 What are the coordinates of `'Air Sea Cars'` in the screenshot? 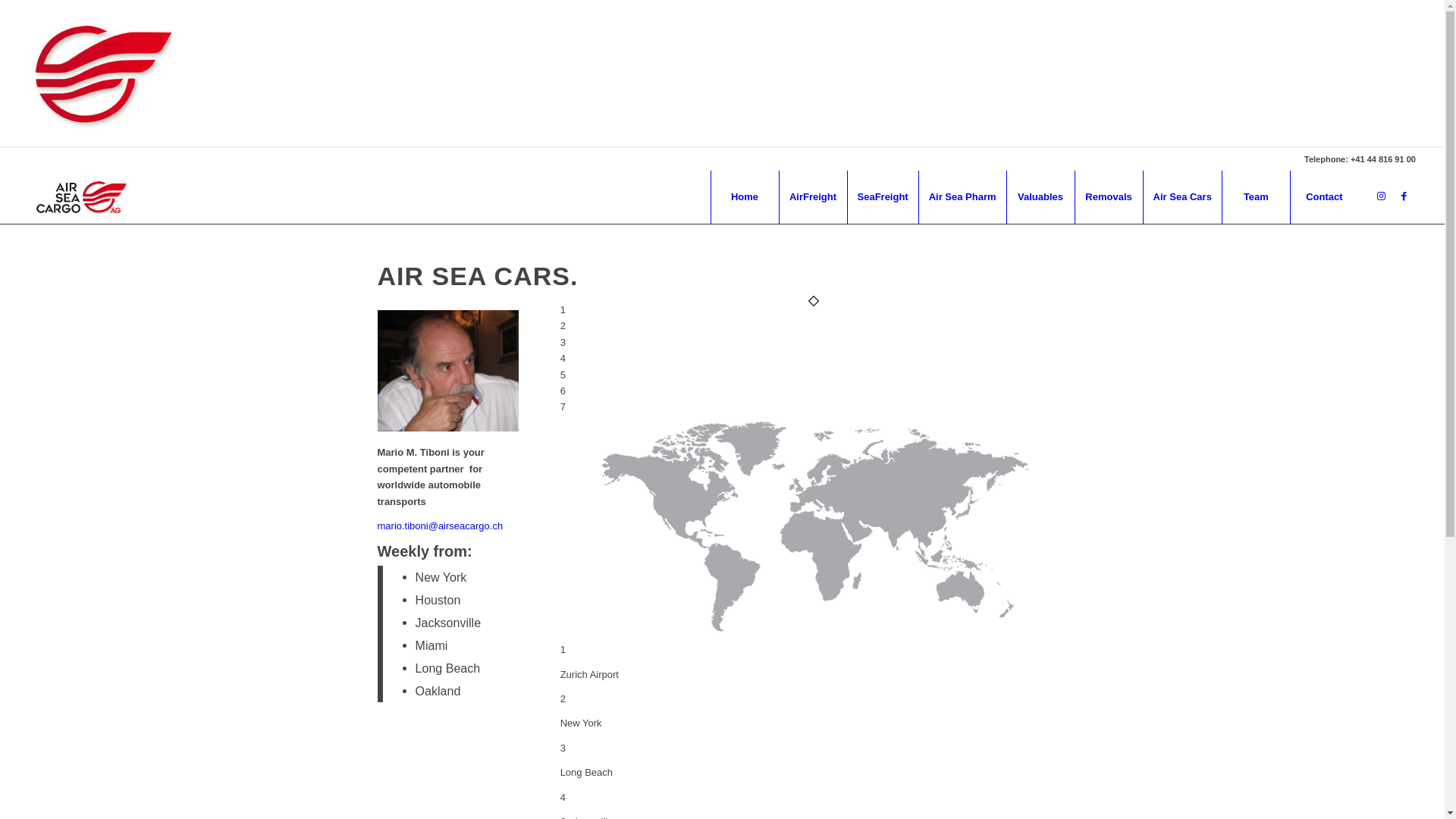 It's located at (1143, 196).